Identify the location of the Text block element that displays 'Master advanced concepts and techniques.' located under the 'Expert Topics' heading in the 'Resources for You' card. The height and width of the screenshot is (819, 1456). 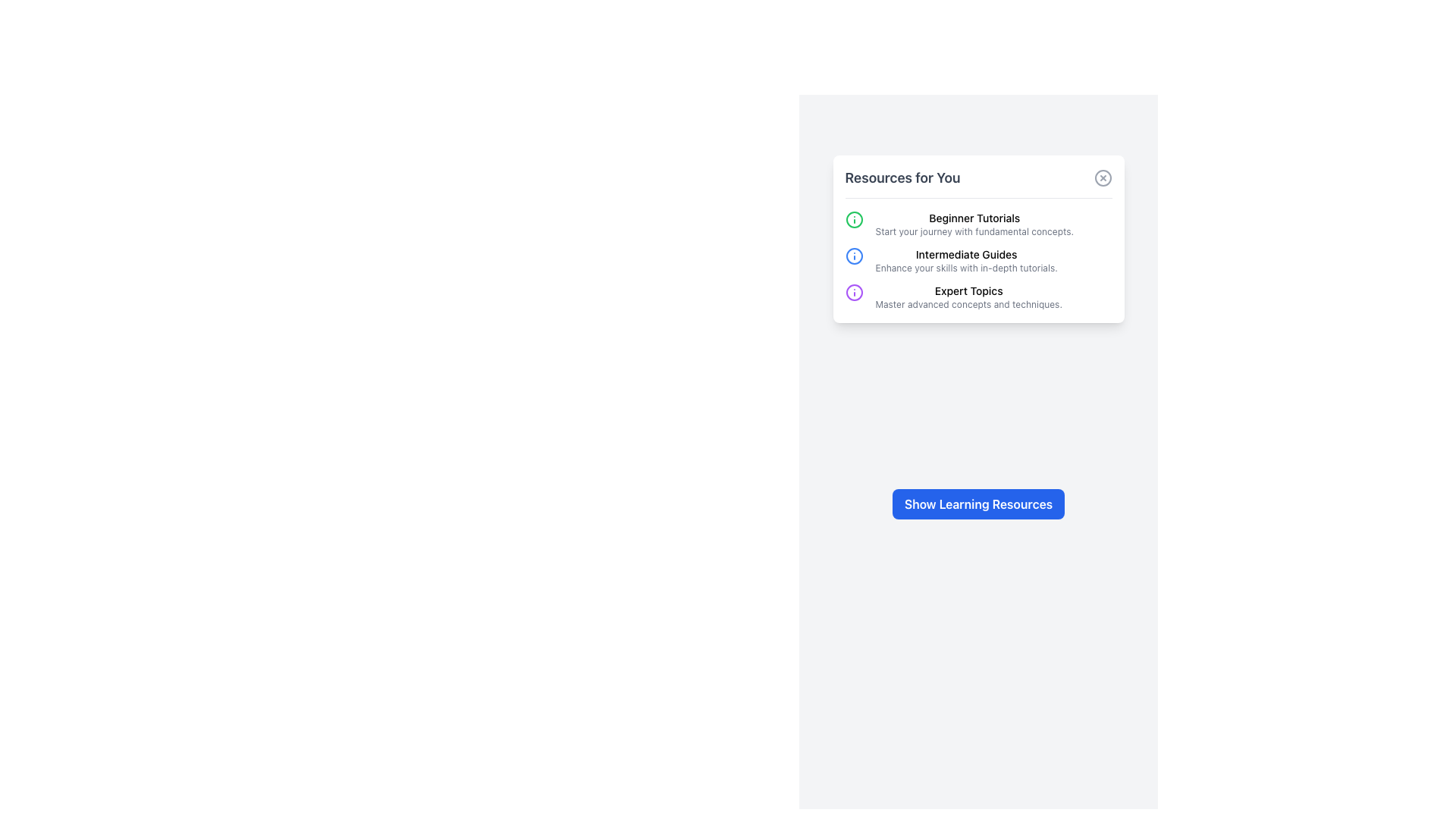
(968, 304).